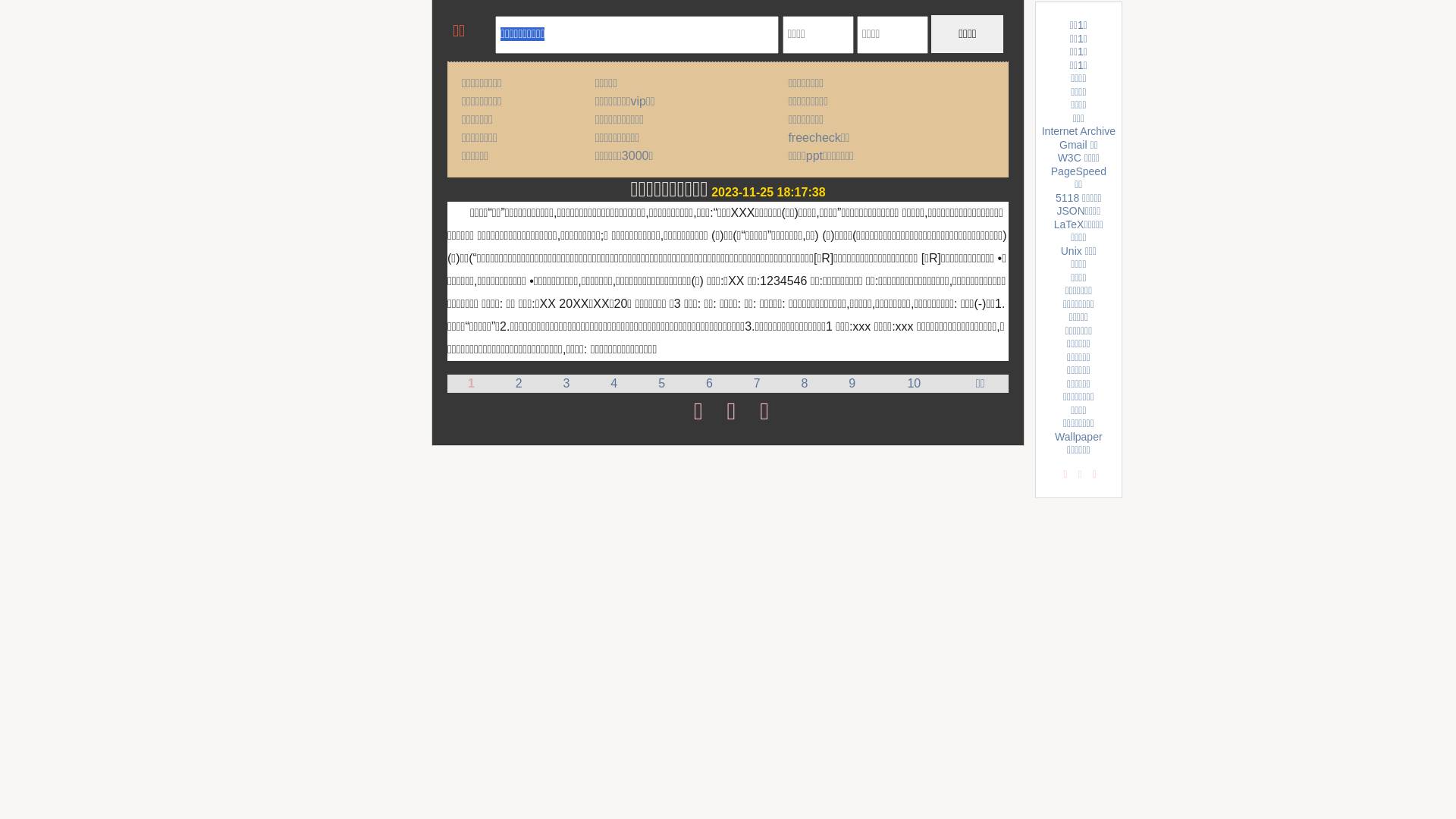  I want to click on '8', so click(804, 382).